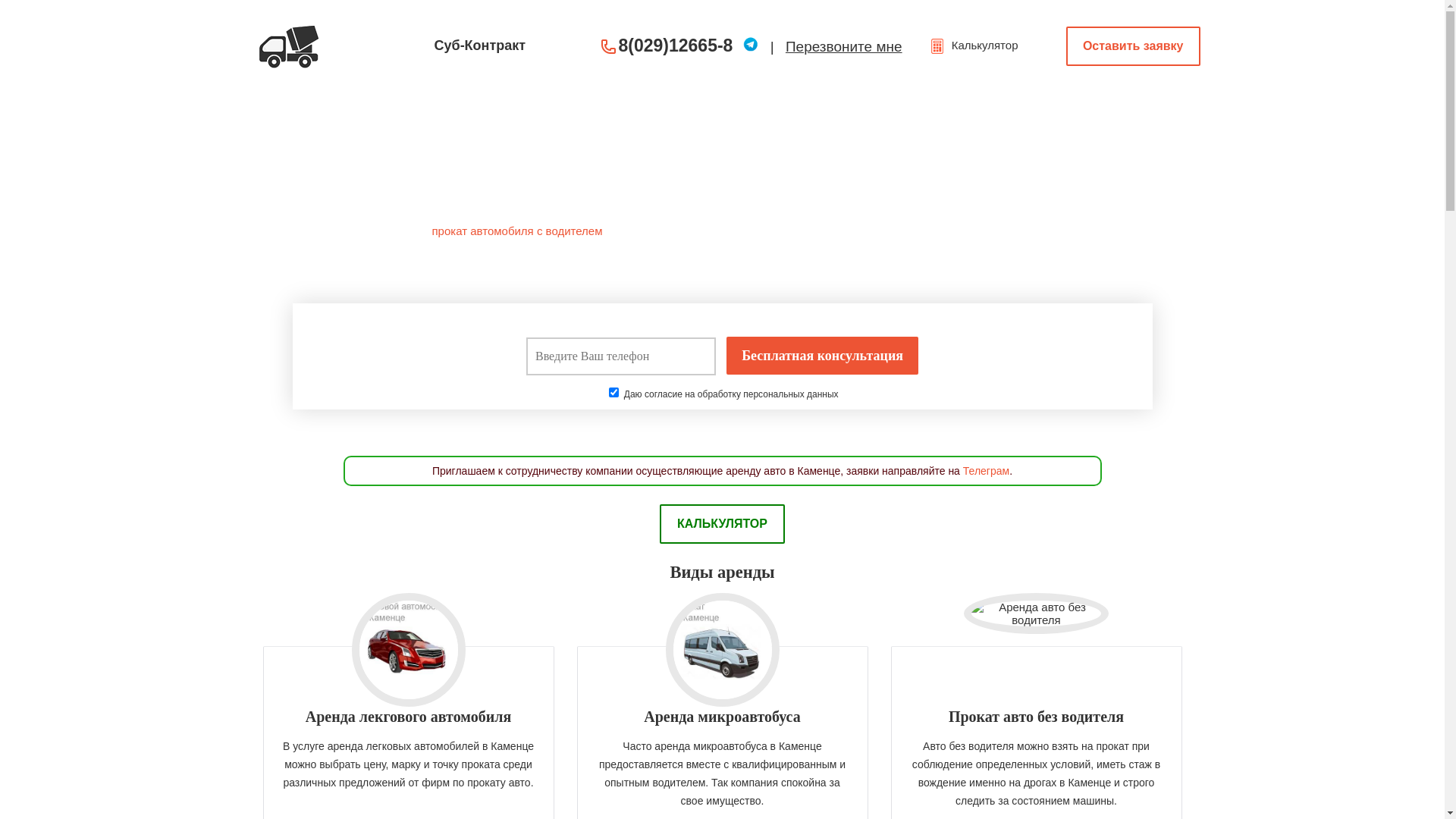 The height and width of the screenshot is (819, 1456). I want to click on '8(029)12665-8', so click(619, 45).